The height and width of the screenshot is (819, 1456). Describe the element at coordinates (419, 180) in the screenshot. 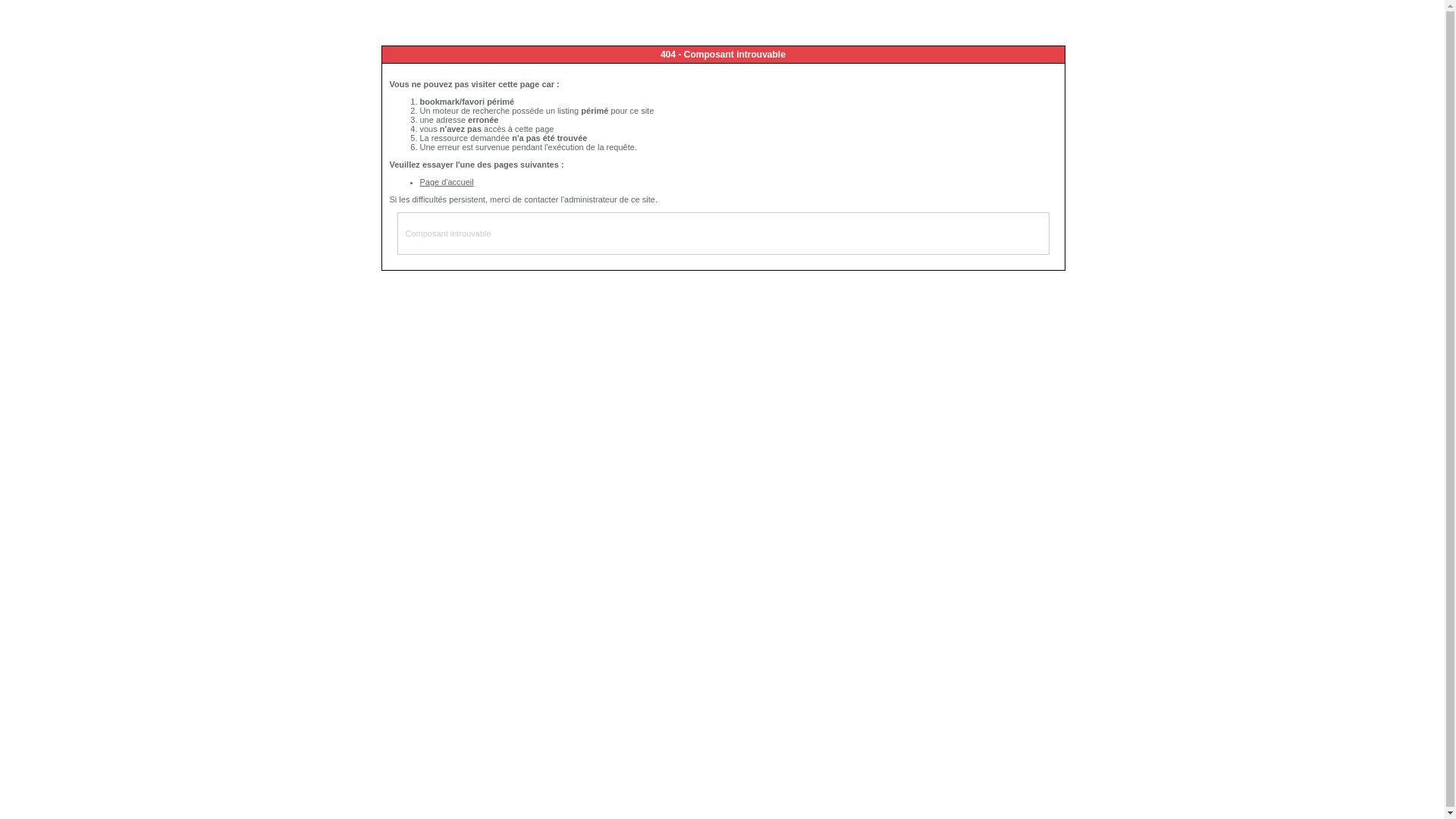

I see `'Page d'accueil'` at that location.